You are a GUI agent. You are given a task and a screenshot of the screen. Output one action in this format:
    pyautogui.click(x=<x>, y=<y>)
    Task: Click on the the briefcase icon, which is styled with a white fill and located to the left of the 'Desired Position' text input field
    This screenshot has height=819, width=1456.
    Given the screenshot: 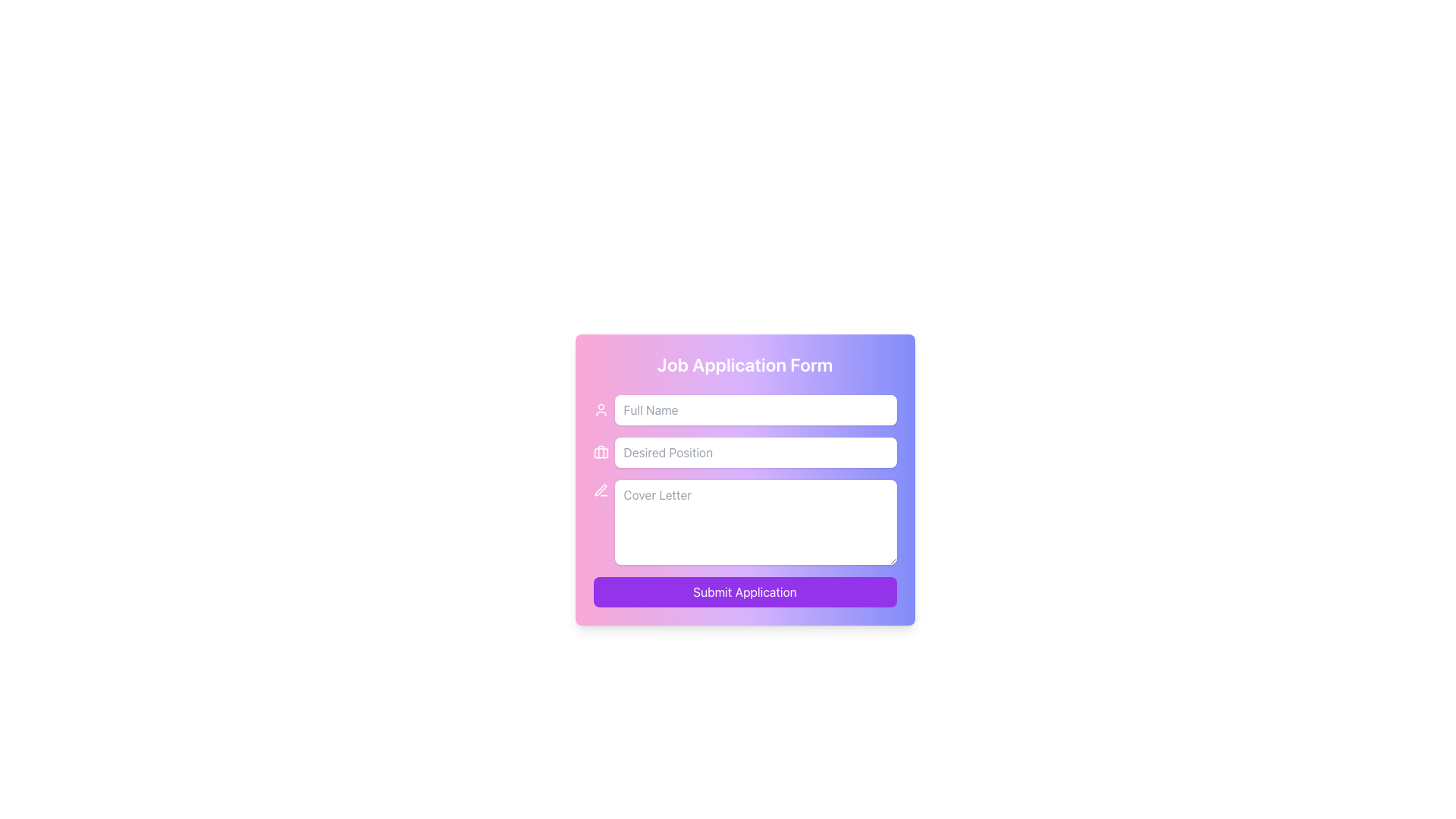 What is the action you would take?
    pyautogui.click(x=600, y=452)
    